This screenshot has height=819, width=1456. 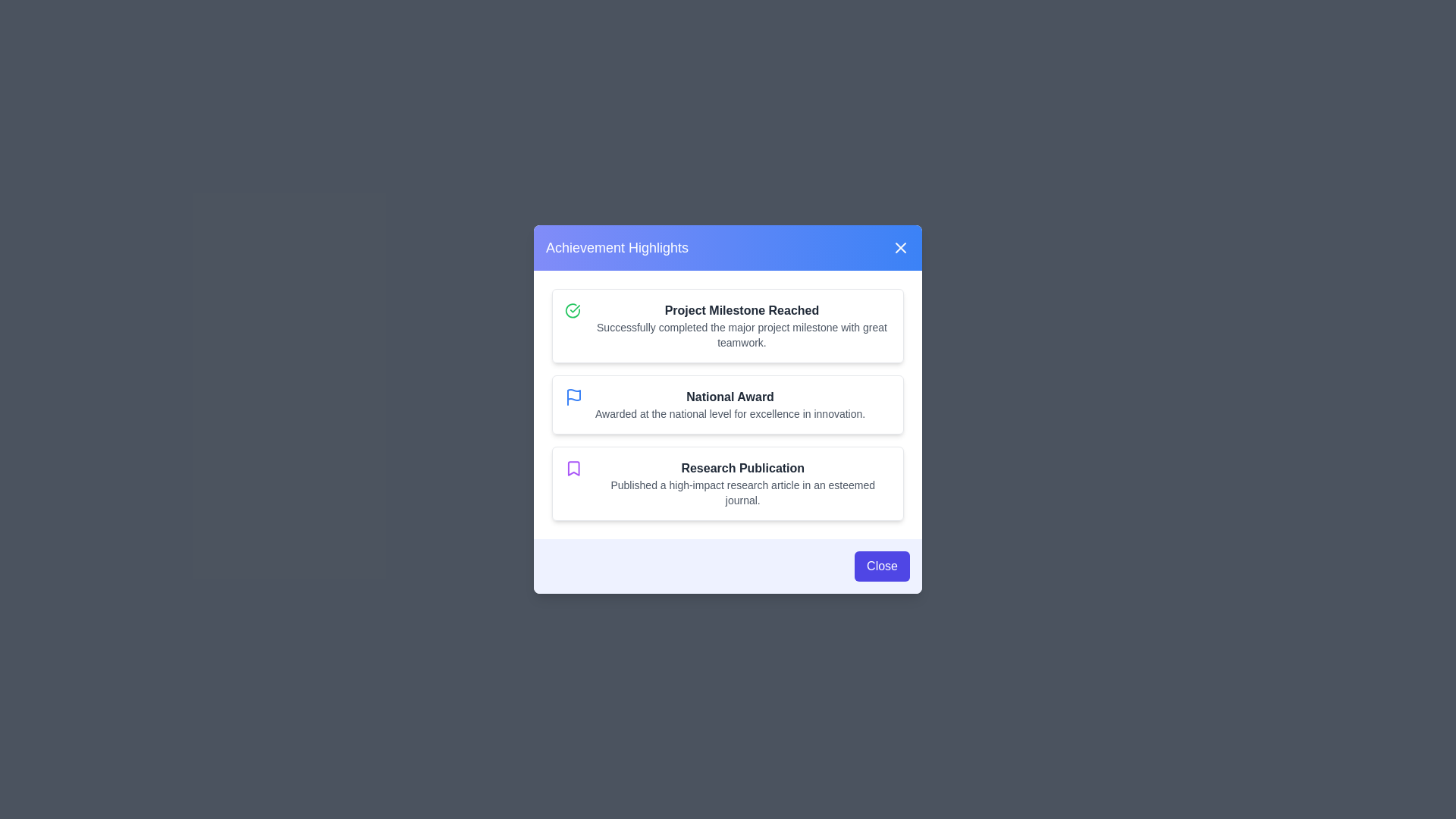 What do you see at coordinates (730, 403) in the screenshot?
I see `the informative text element titled 'National Award' which includes the subtitle 'Awarded at the national level for excellence in innovation.'` at bounding box center [730, 403].